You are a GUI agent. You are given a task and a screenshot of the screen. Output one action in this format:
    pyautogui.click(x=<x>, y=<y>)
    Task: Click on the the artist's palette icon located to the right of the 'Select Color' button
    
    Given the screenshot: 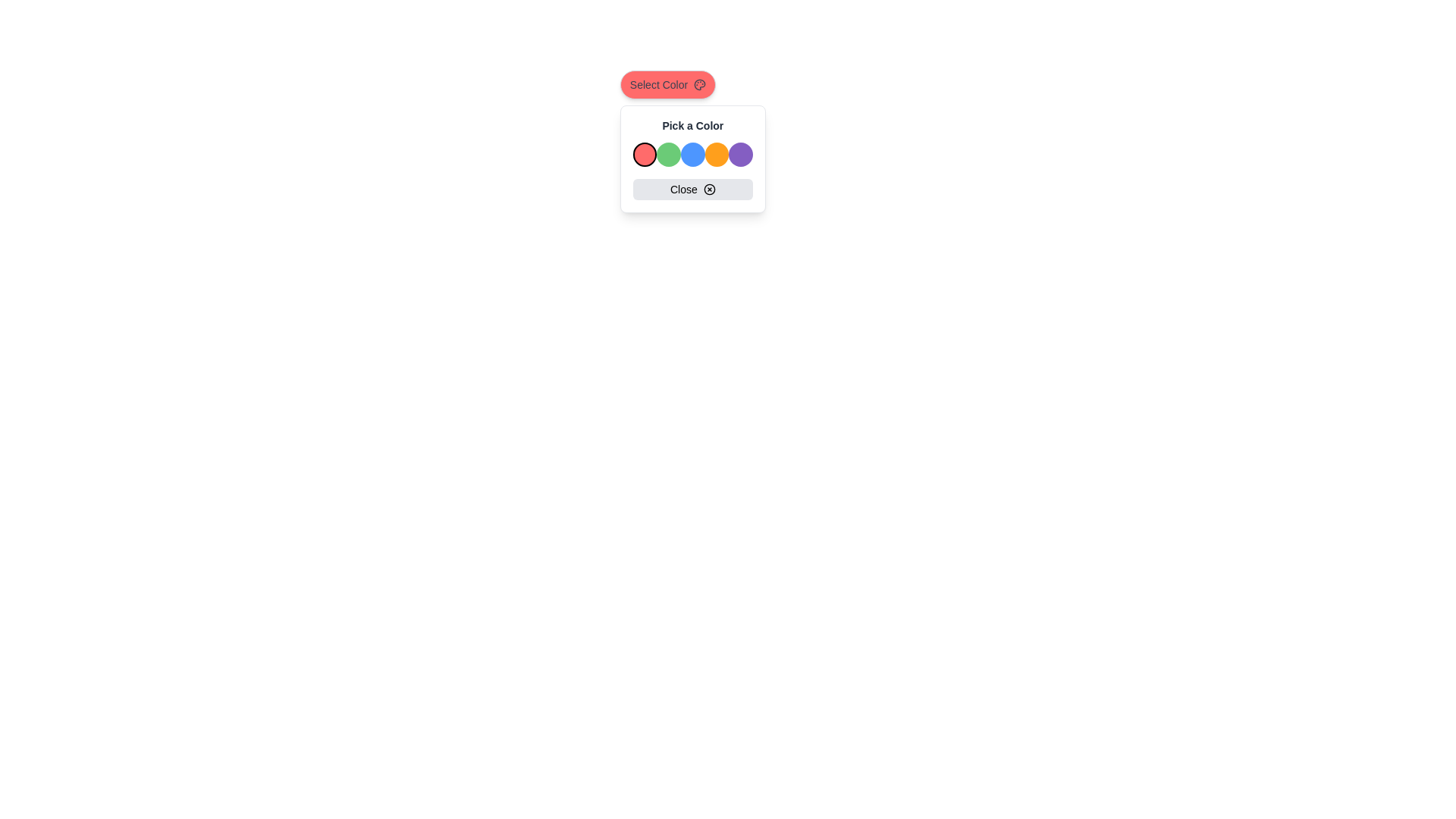 What is the action you would take?
    pyautogui.click(x=699, y=84)
    